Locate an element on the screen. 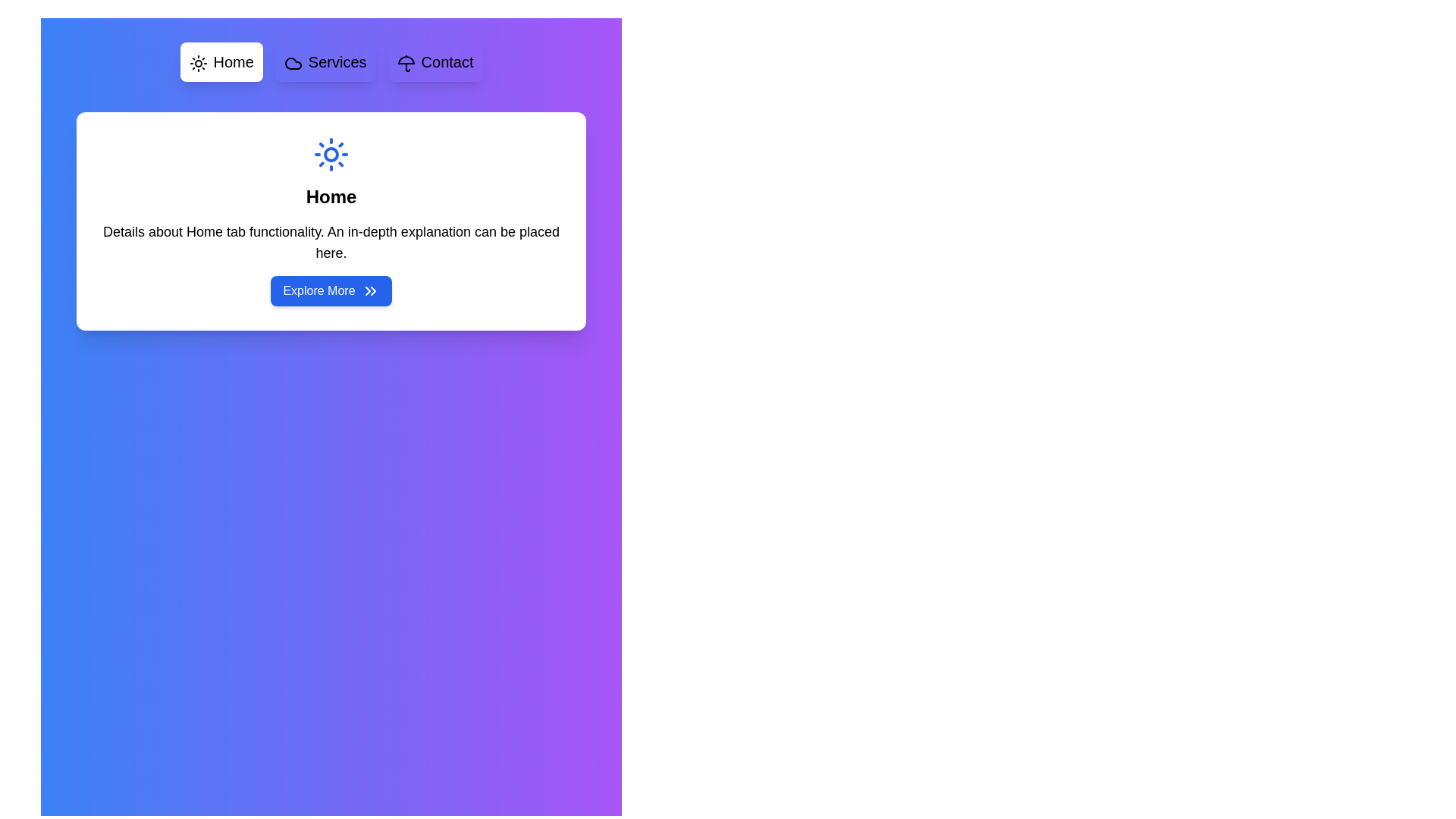 This screenshot has height=819, width=1456. the 'Contact' button, which is the last of three horizontally aligned buttons is located at coordinates (435, 61).